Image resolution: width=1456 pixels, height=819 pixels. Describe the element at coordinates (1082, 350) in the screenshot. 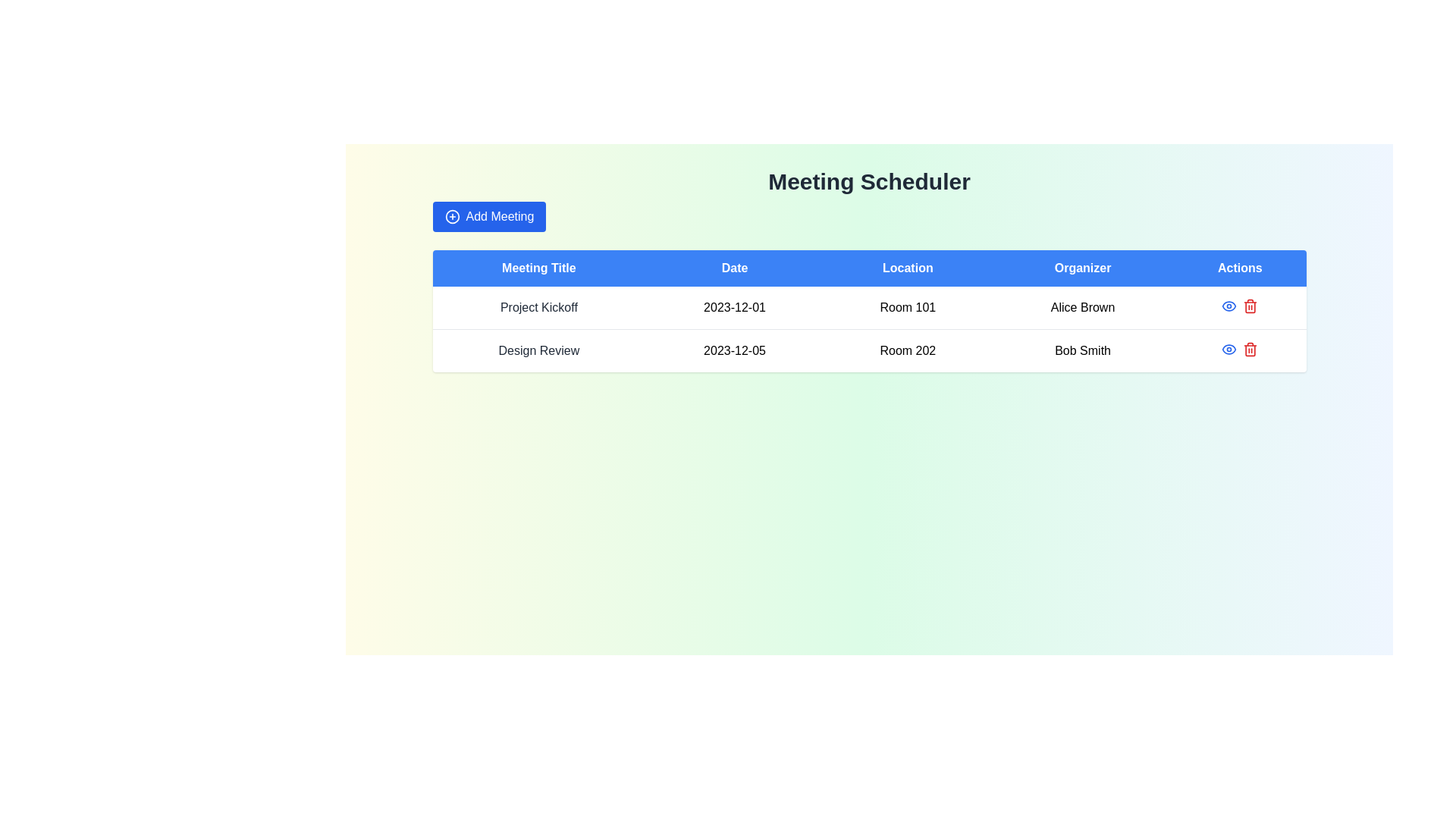

I see `the Table Cell displaying the organizer's name for the event in the fourth column of the second row, located under the 'Organizer' header` at that location.